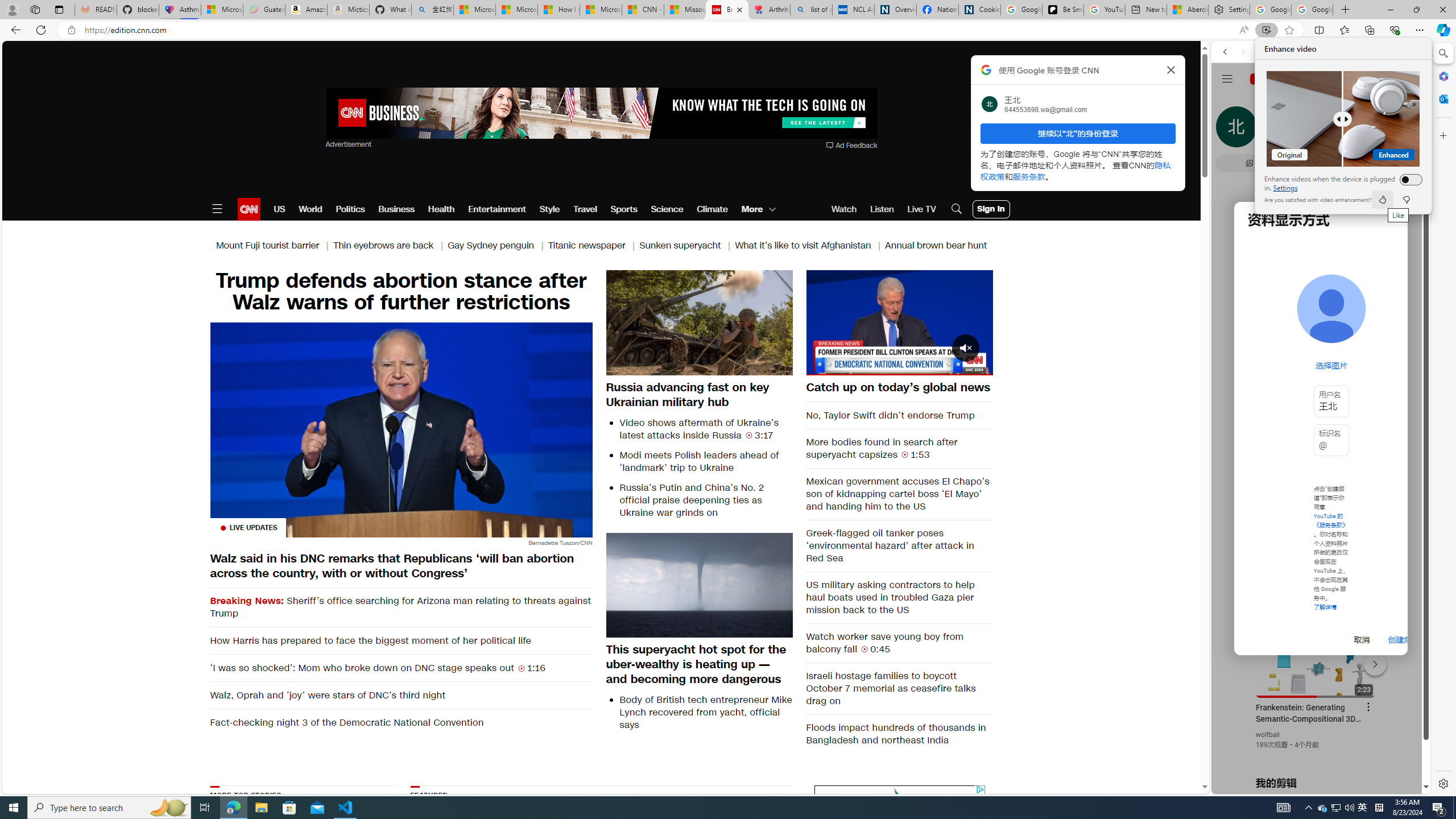 The width and height of the screenshot is (1456, 819). I want to click on 'Fullscreen', so click(976, 366).